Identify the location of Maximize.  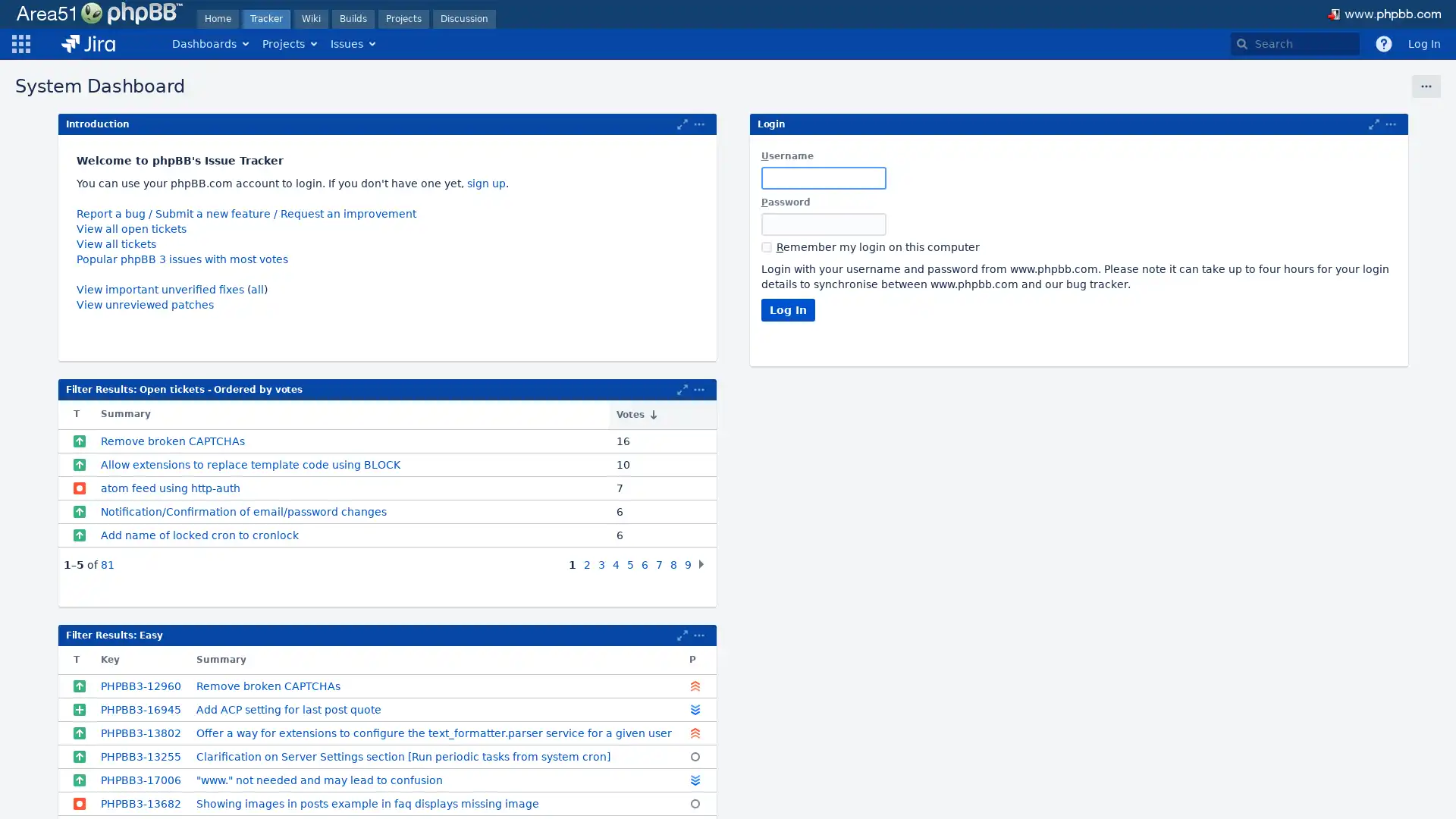
(682, 635).